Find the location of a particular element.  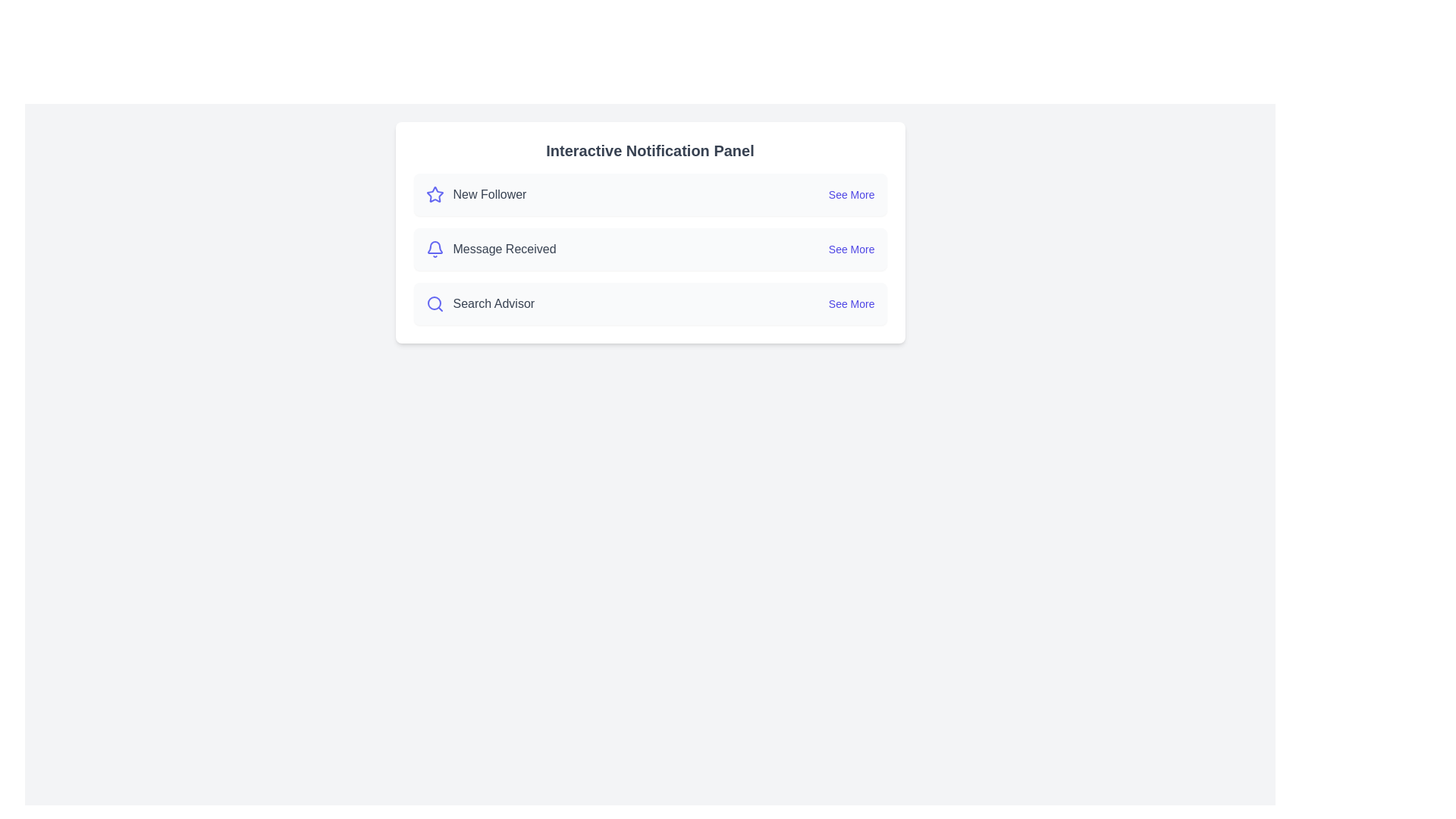

the decorative star icon for the 'New Follower' notification, which is located to the left of the 'New Follower' text label in the notification panel is located at coordinates (434, 193).